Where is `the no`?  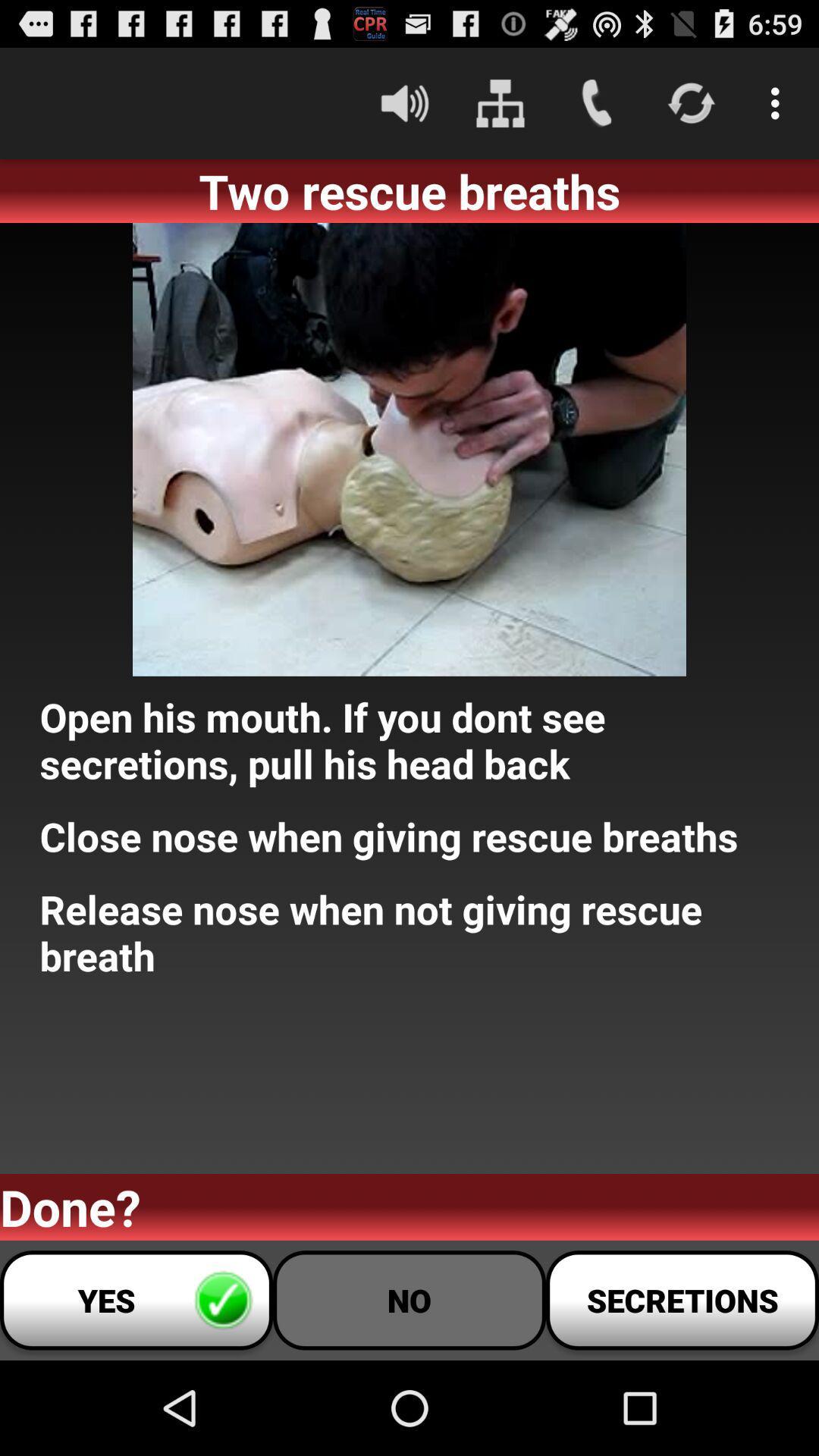
the no is located at coordinates (409, 1299).